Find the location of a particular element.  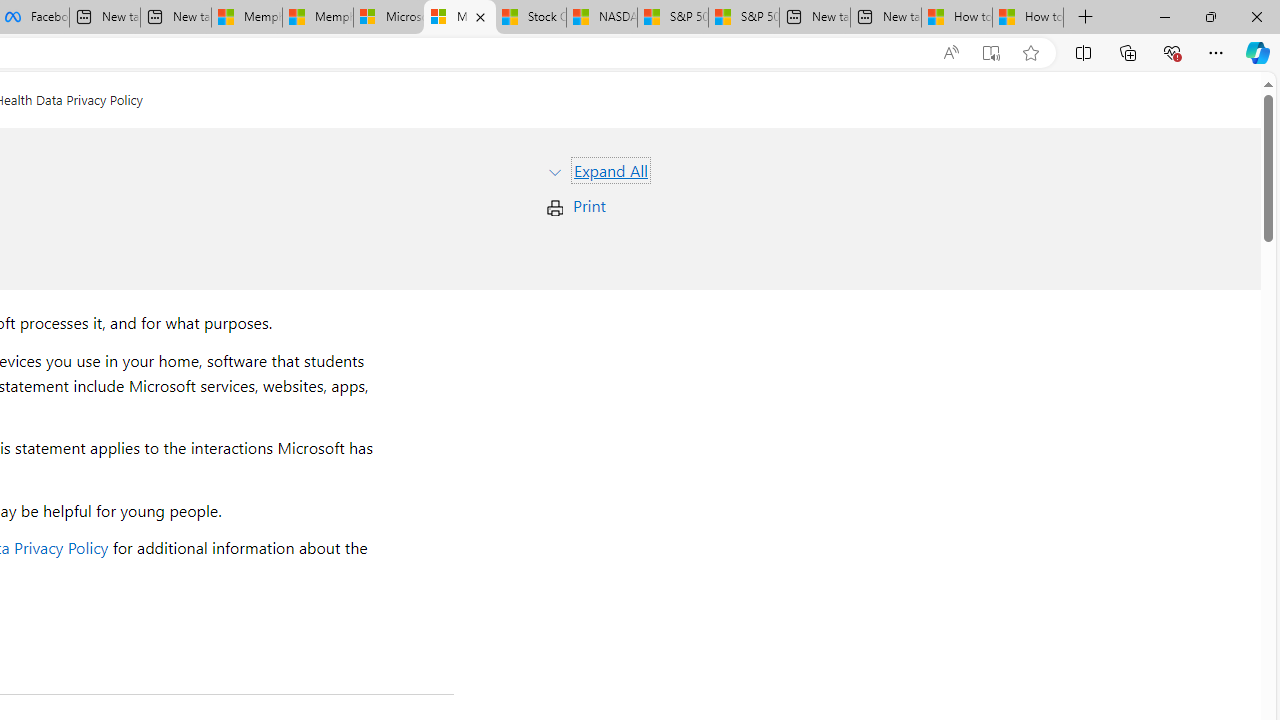

'Enter Immersive Reader (F9)' is located at coordinates (991, 52).